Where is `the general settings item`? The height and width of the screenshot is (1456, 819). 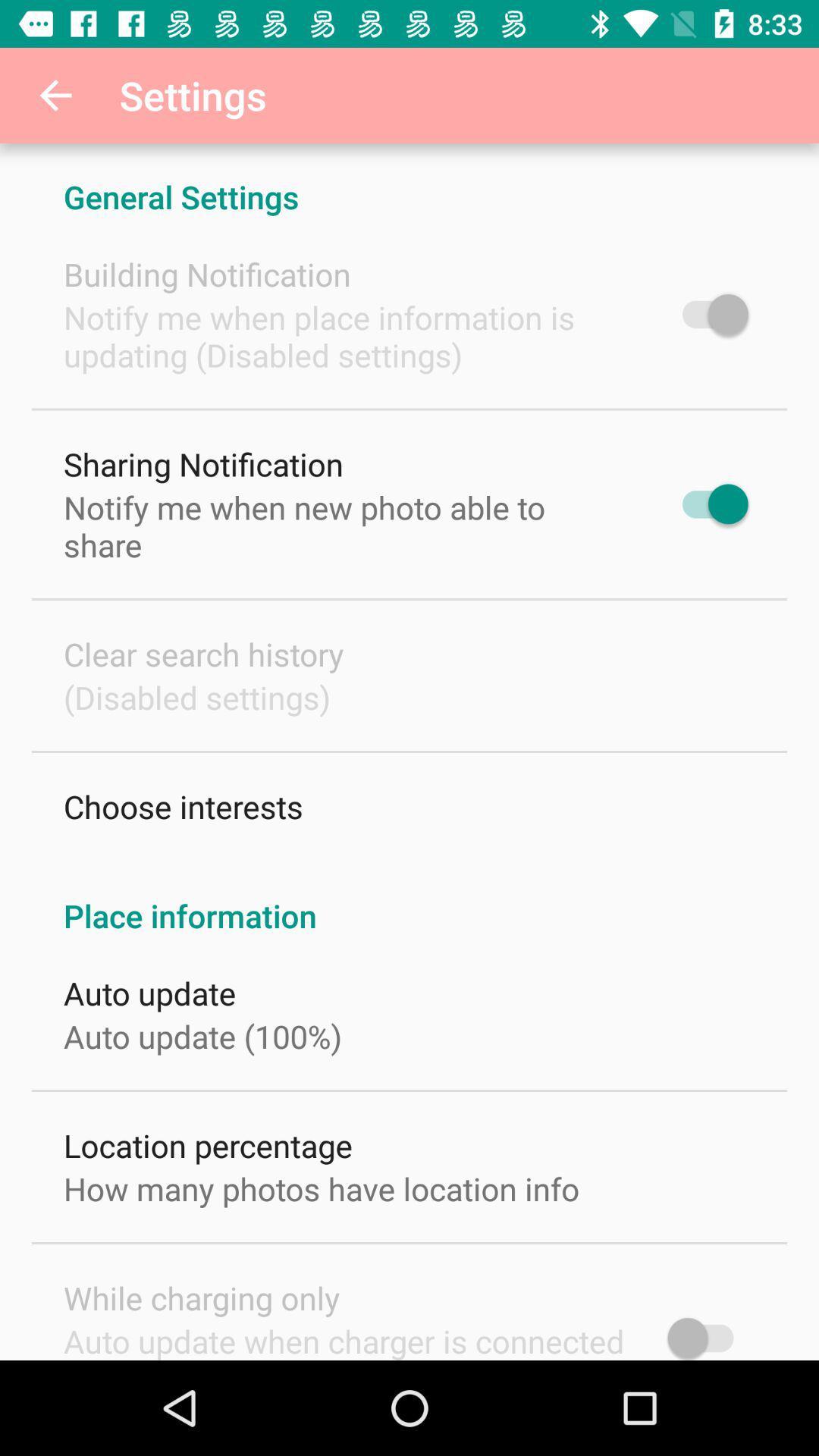 the general settings item is located at coordinates (409, 180).